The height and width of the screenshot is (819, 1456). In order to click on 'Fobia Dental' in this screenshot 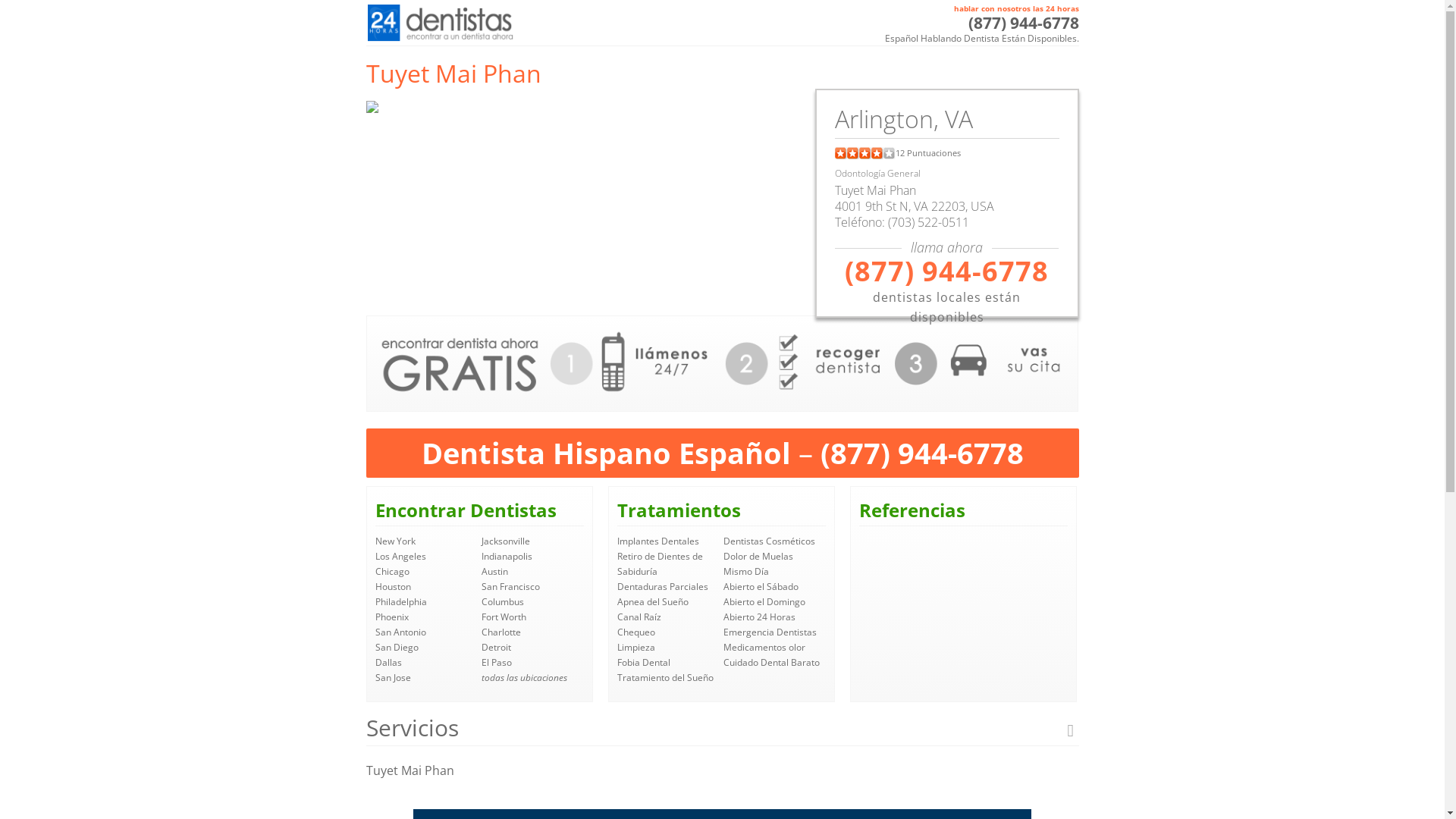, I will do `click(644, 661)`.